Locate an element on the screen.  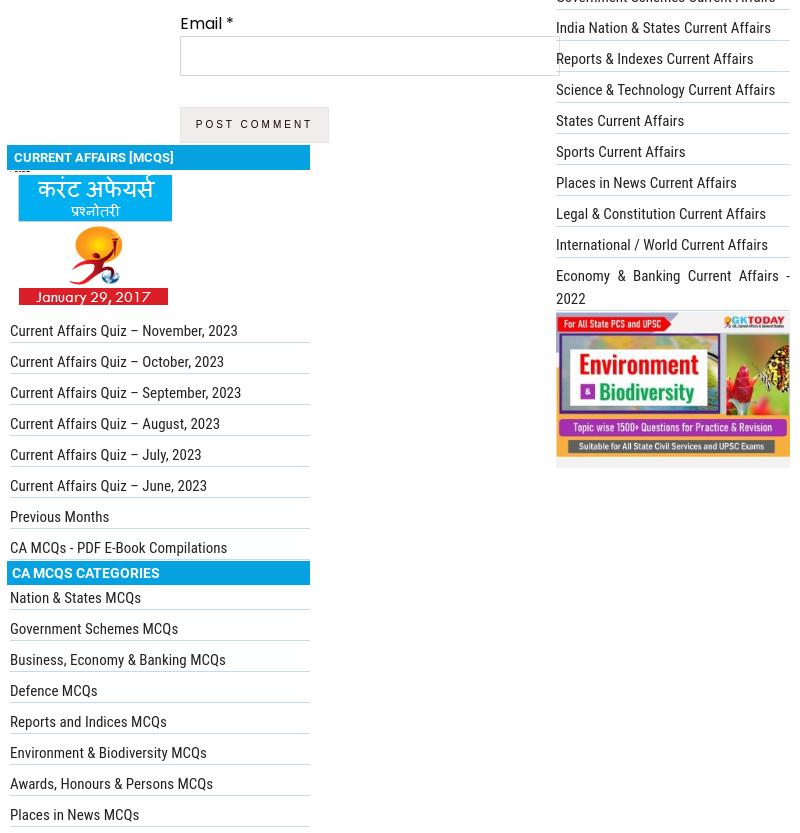
'Current Affairs Quiz – August, 2023' is located at coordinates (114, 421).